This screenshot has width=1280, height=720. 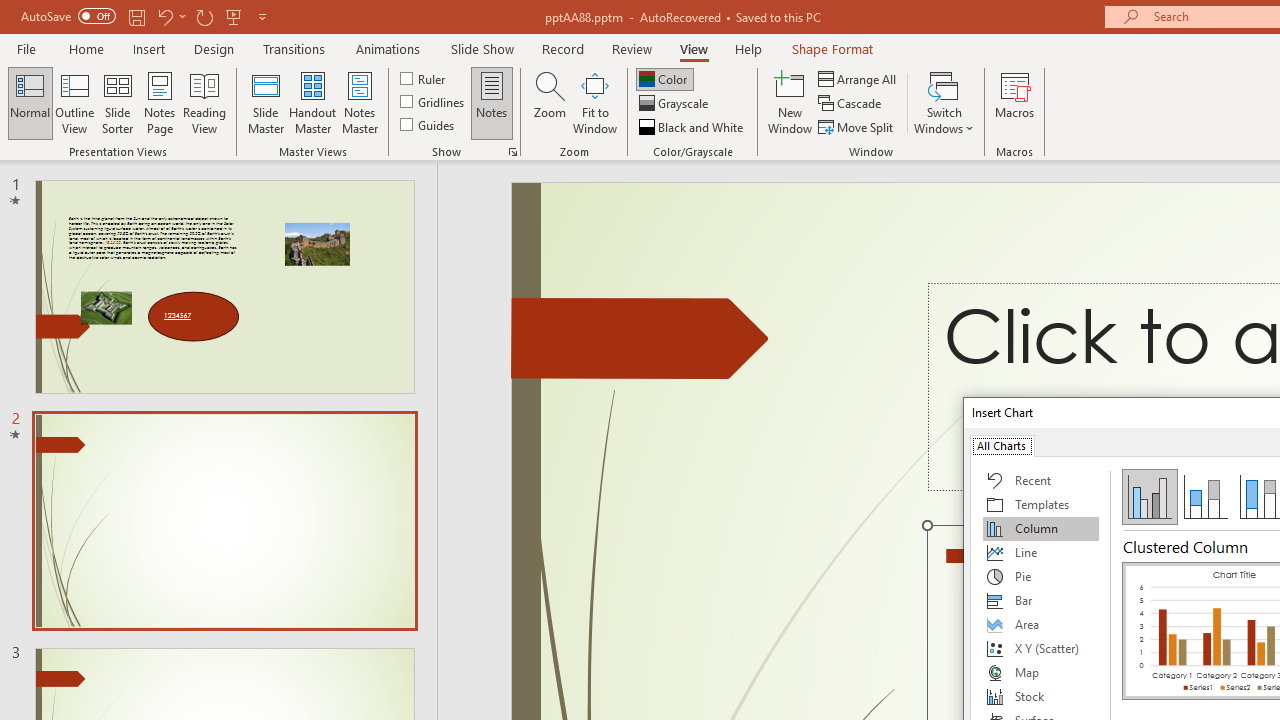 What do you see at coordinates (423, 77) in the screenshot?
I see `'Ruler'` at bounding box center [423, 77].